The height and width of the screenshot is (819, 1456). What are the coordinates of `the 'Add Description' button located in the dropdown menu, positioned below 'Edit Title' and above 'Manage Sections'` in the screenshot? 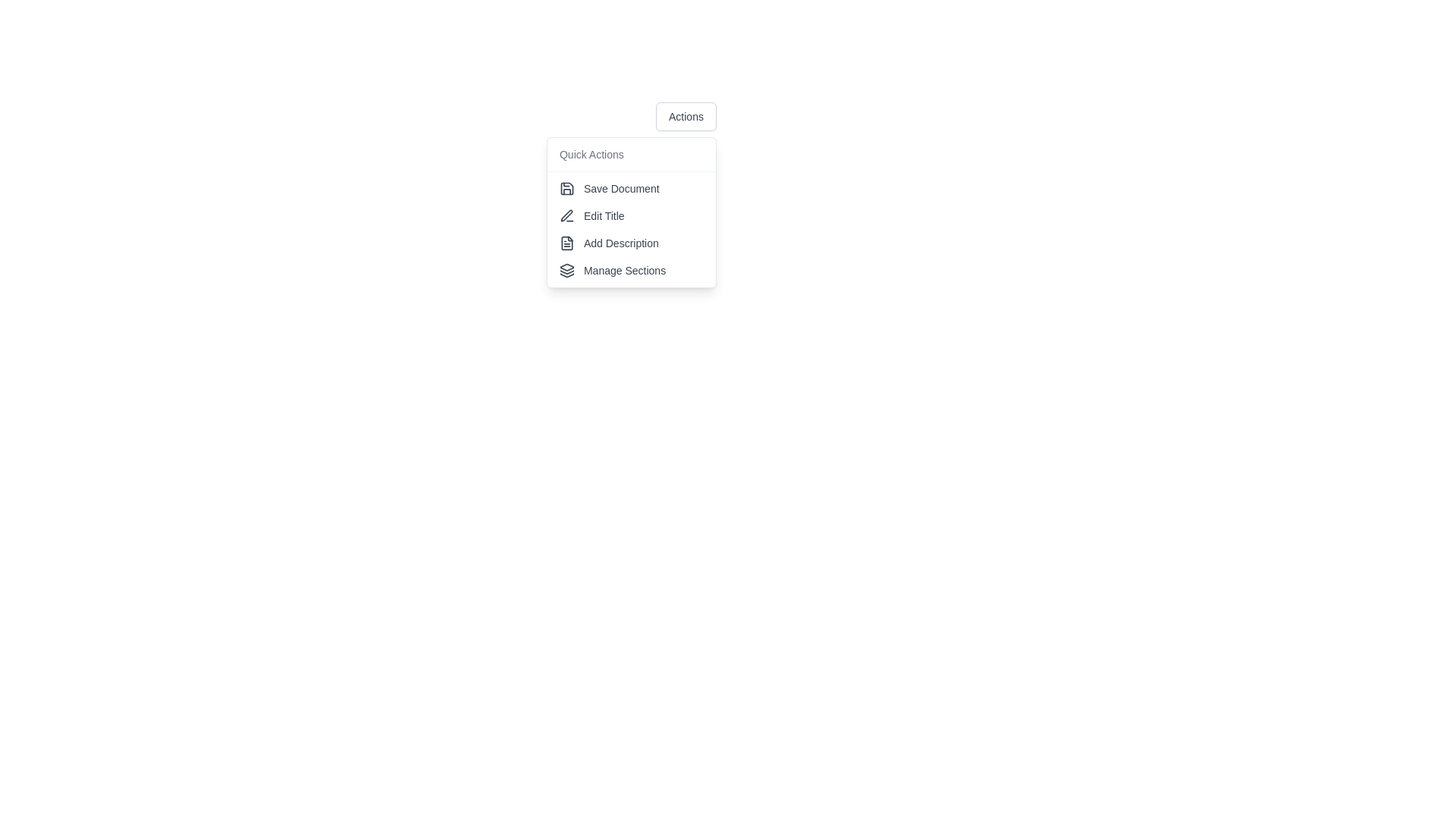 It's located at (631, 242).